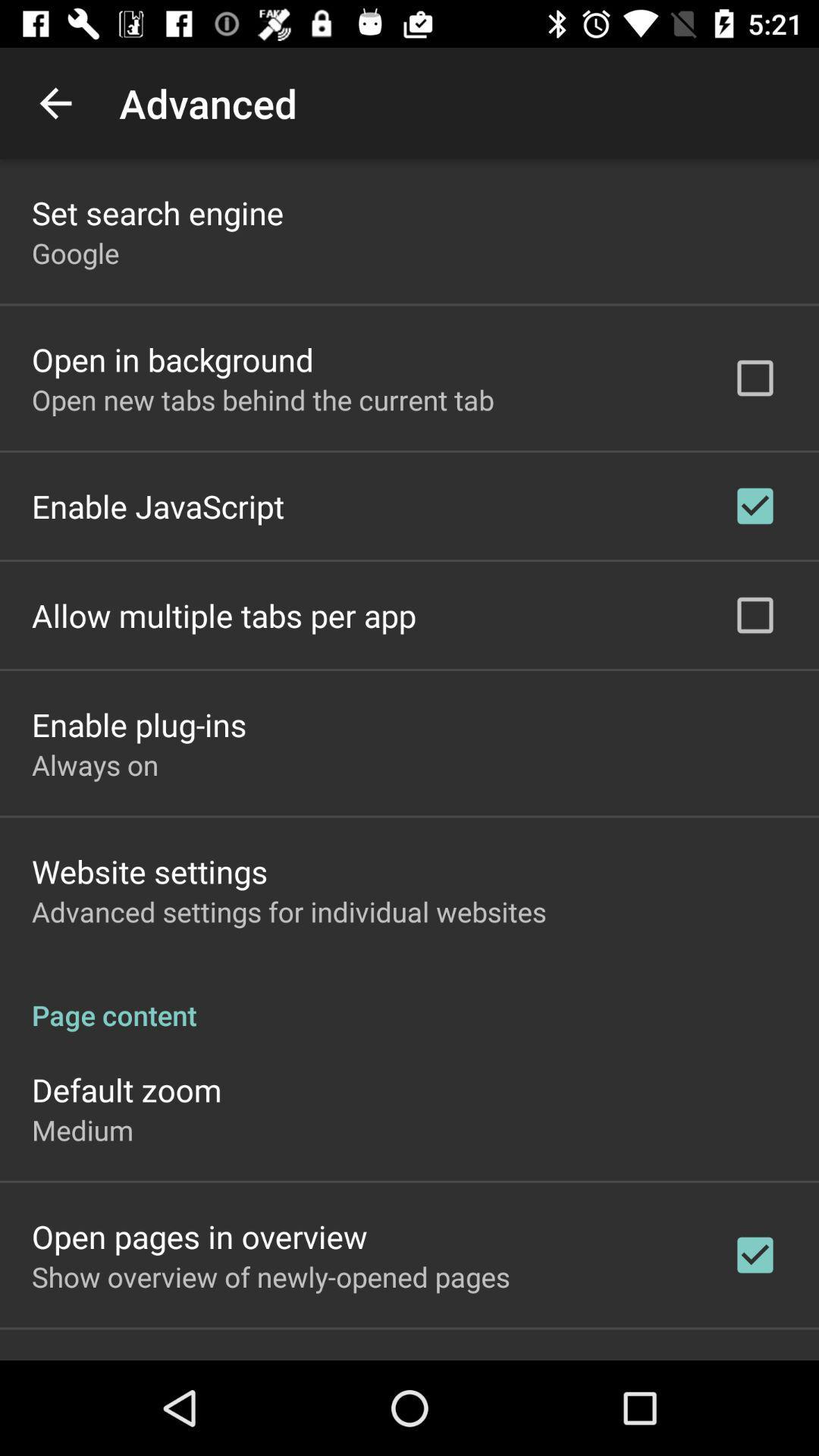  Describe the element at coordinates (158, 506) in the screenshot. I see `enable javascript item` at that location.